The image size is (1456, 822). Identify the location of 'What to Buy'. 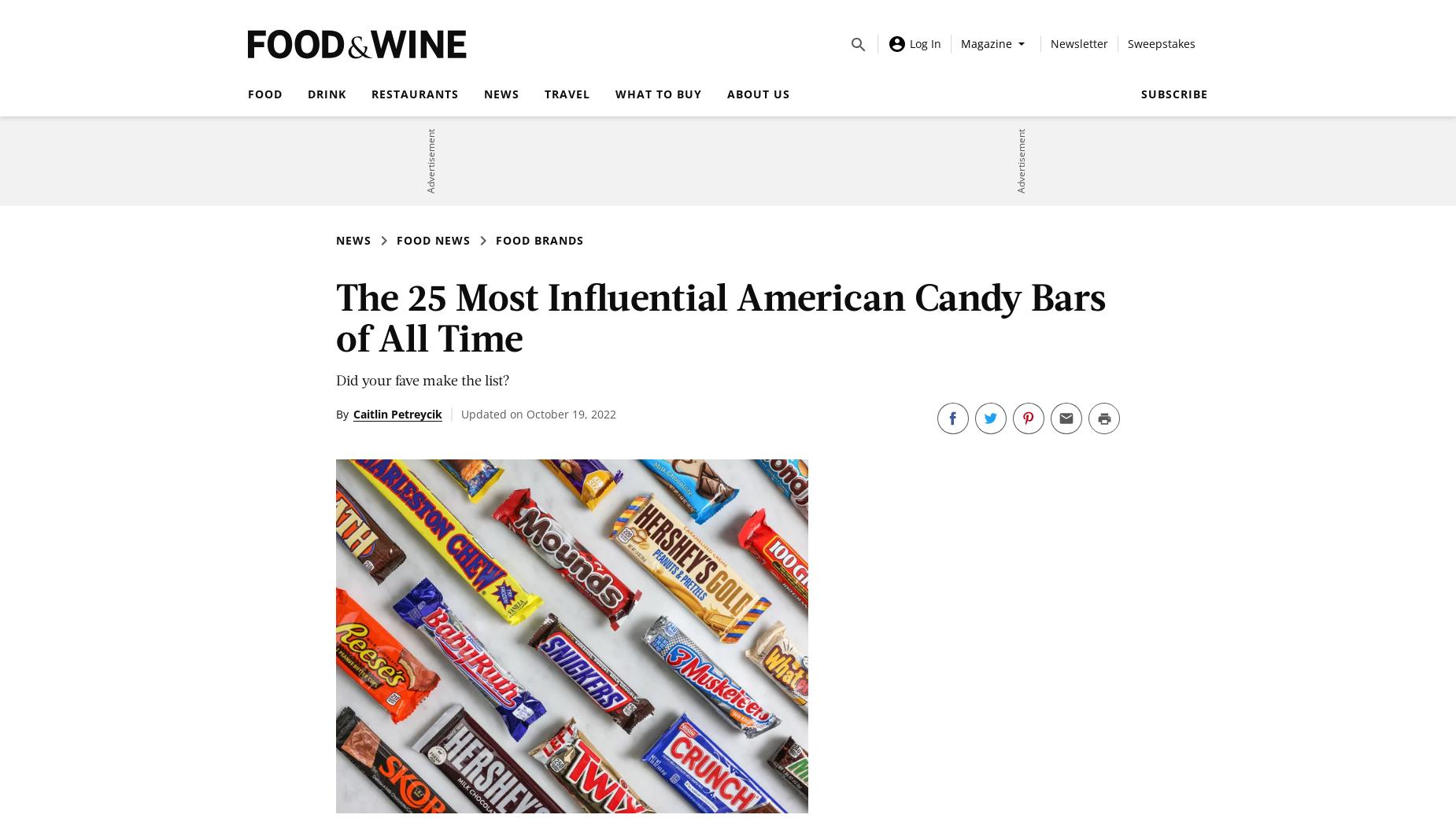
(658, 93).